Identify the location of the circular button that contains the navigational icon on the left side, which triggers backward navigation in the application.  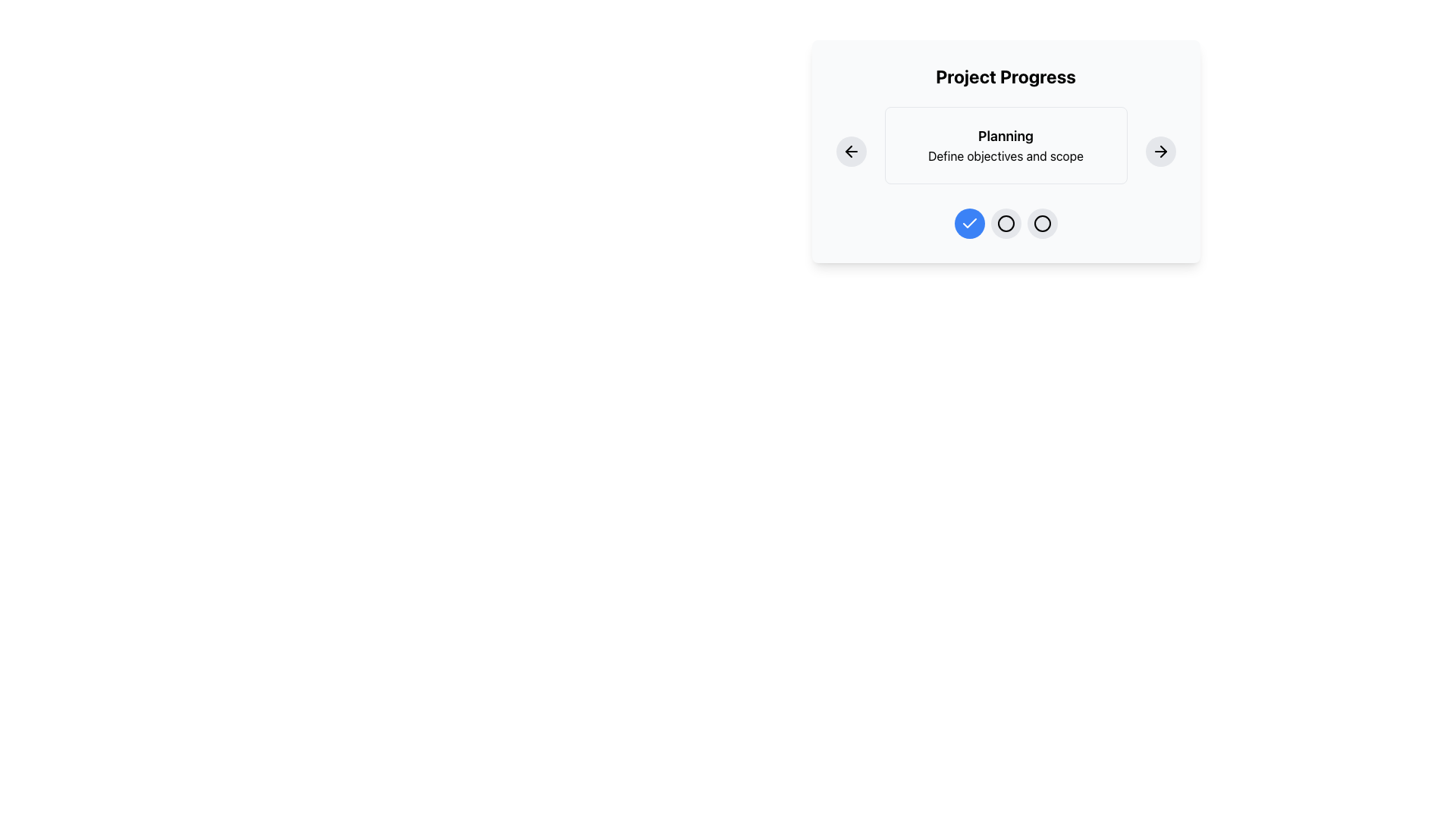
(851, 152).